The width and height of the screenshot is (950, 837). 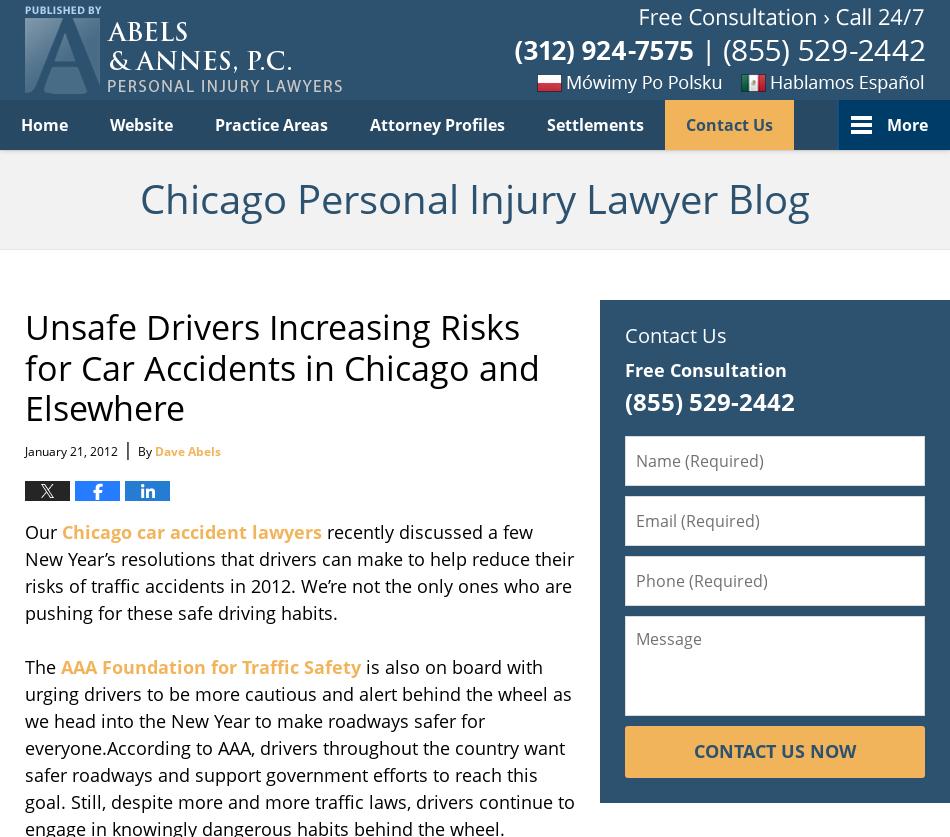 I want to click on 'AAA Foundation for Traffic Safety', so click(x=210, y=666).